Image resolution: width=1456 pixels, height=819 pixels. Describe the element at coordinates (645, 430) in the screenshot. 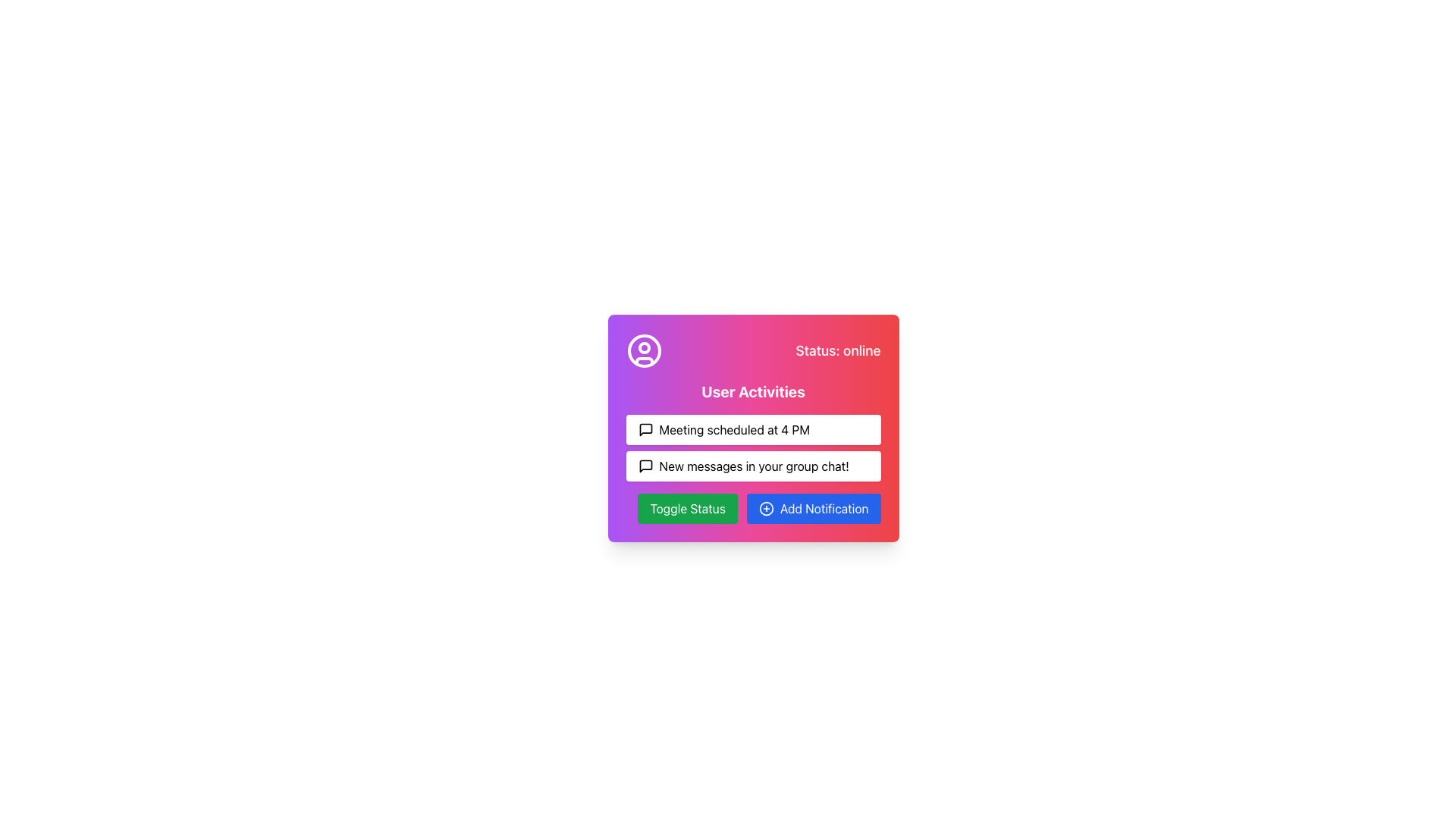

I see `the design of the message communication icon located at the leftmost end of the horizontal row in the 'User Activities' card` at that location.